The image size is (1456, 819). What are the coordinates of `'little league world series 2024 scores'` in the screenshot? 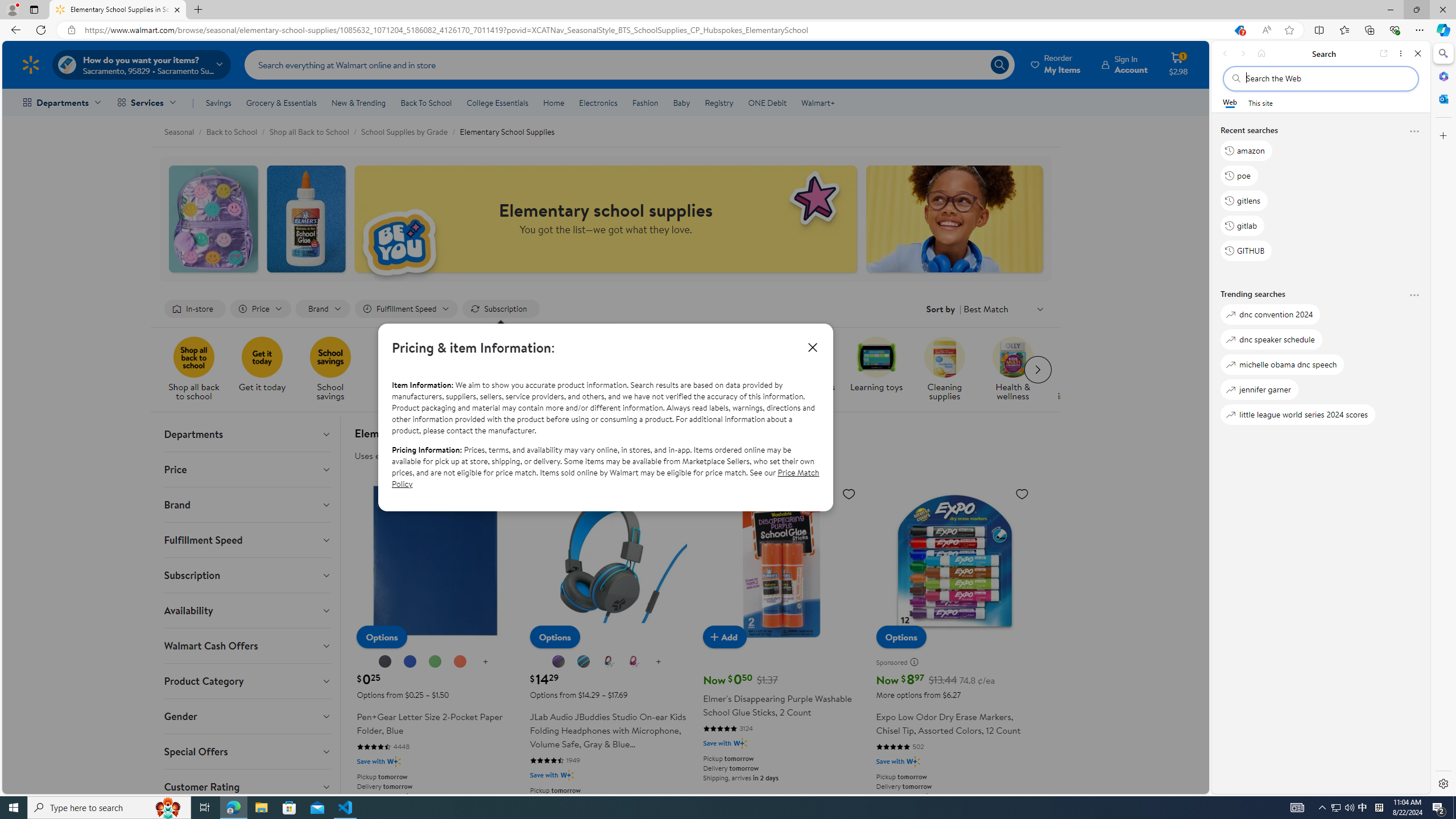 It's located at (1298, 414).